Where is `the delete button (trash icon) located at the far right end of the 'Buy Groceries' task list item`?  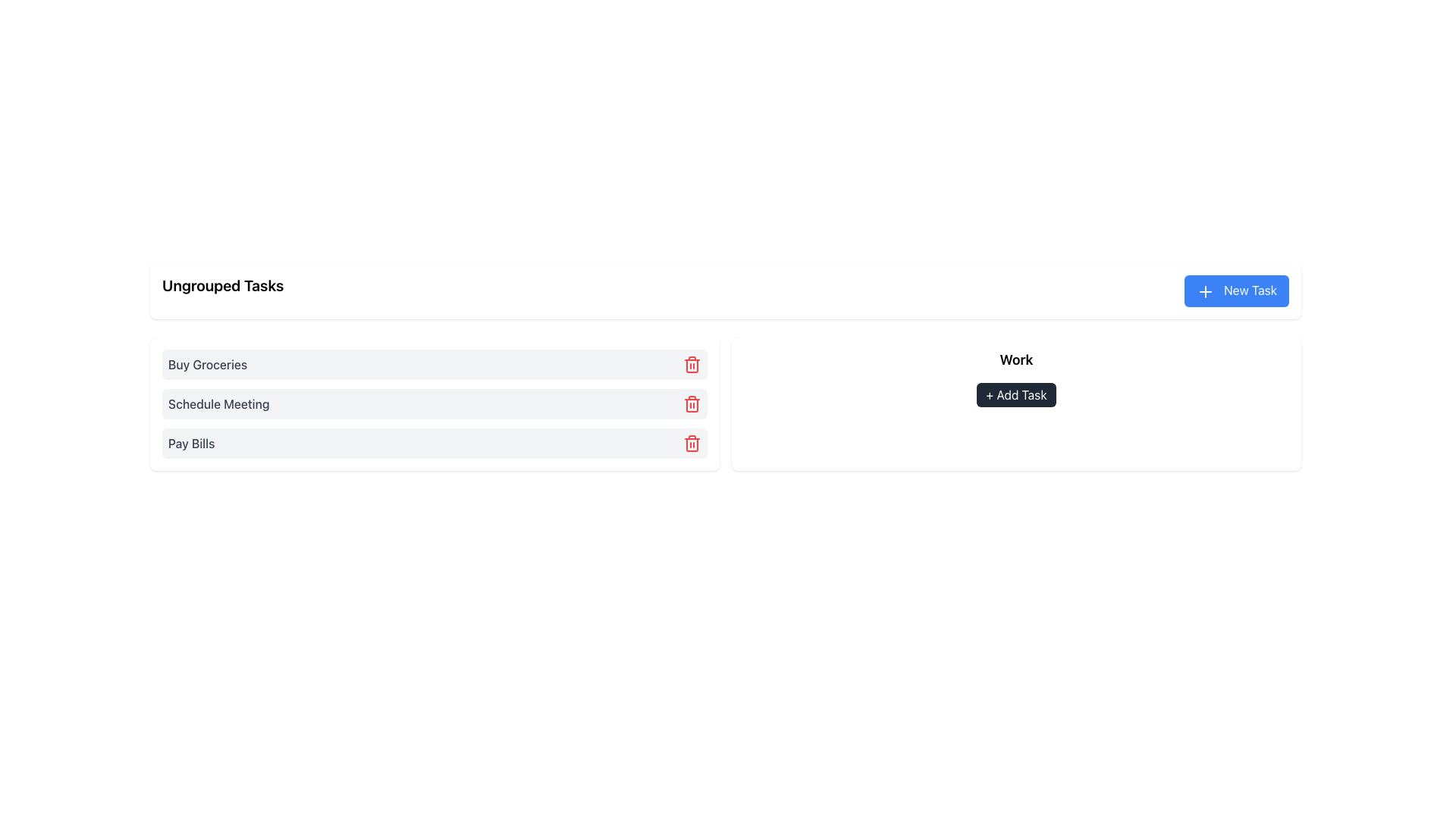
the delete button (trash icon) located at the far right end of the 'Buy Groceries' task list item is located at coordinates (691, 363).